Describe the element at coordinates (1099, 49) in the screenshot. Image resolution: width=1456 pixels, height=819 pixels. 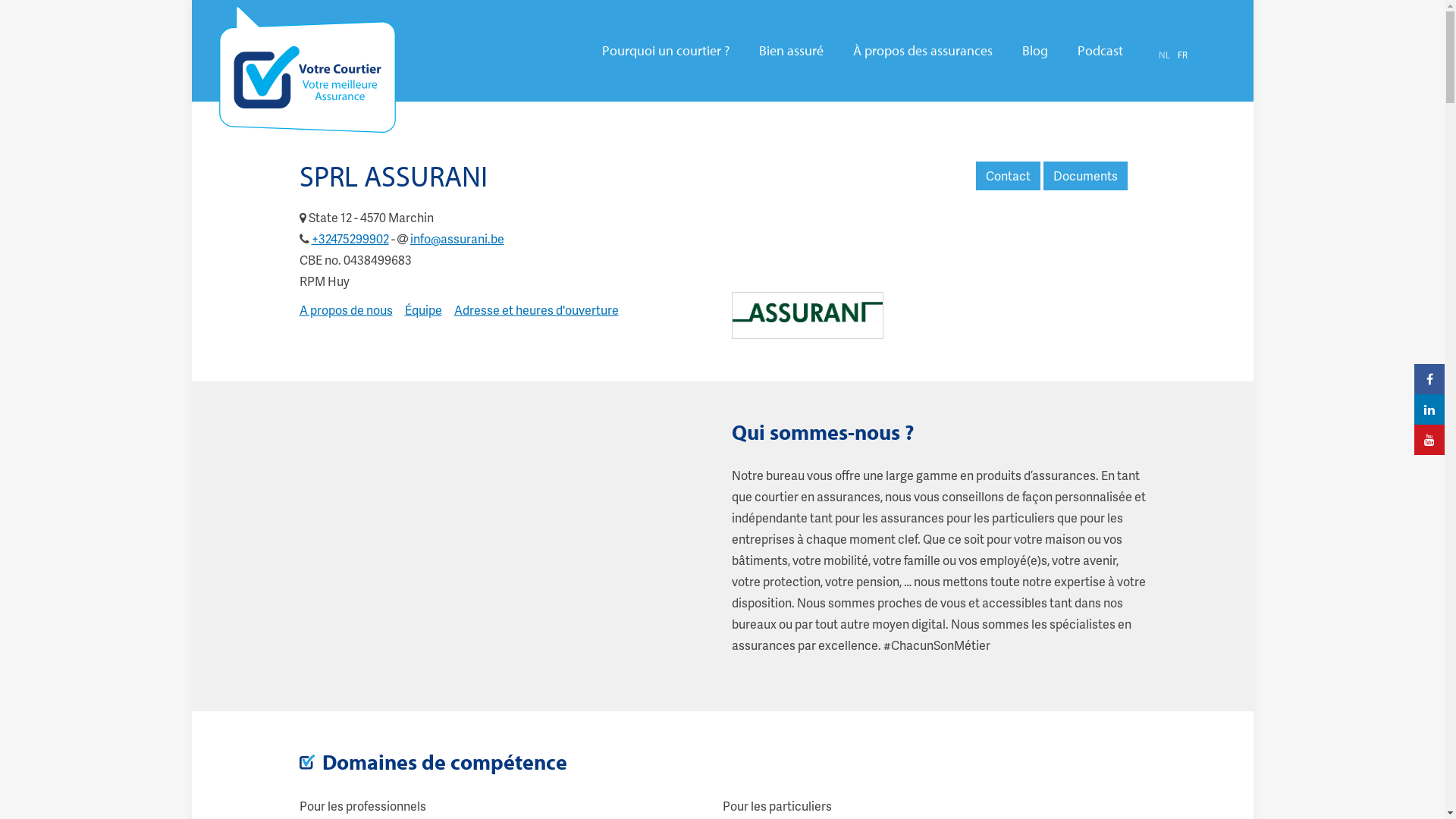
I see `'Podcast'` at that location.